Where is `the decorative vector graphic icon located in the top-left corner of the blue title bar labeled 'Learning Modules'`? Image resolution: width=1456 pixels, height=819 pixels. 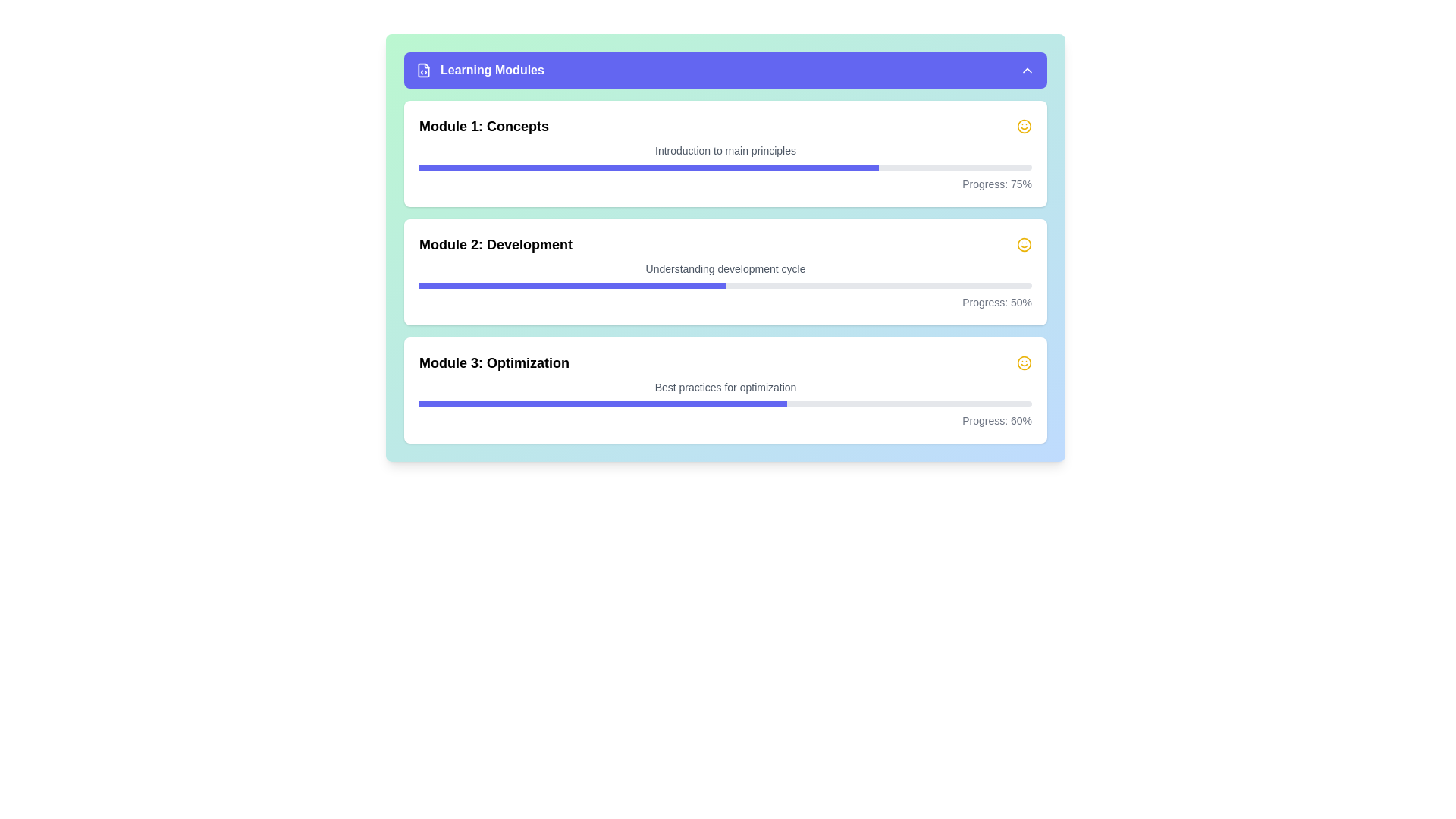
the decorative vector graphic icon located in the top-left corner of the blue title bar labeled 'Learning Modules' is located at coordinates (423, 70).